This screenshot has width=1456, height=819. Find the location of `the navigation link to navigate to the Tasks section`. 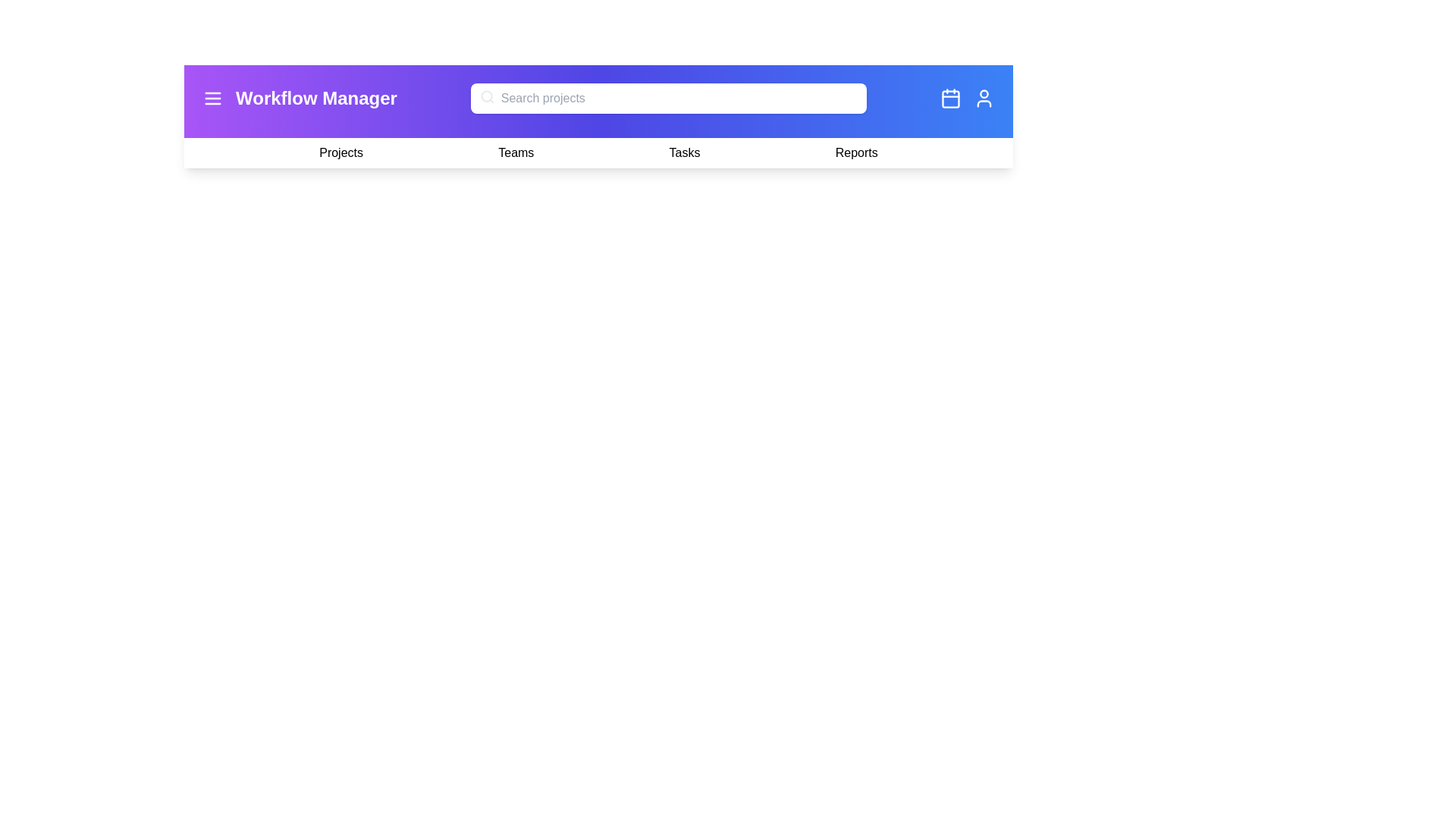

the navigation link to navigate to the Tasks section is located at coordinates (683, 152).